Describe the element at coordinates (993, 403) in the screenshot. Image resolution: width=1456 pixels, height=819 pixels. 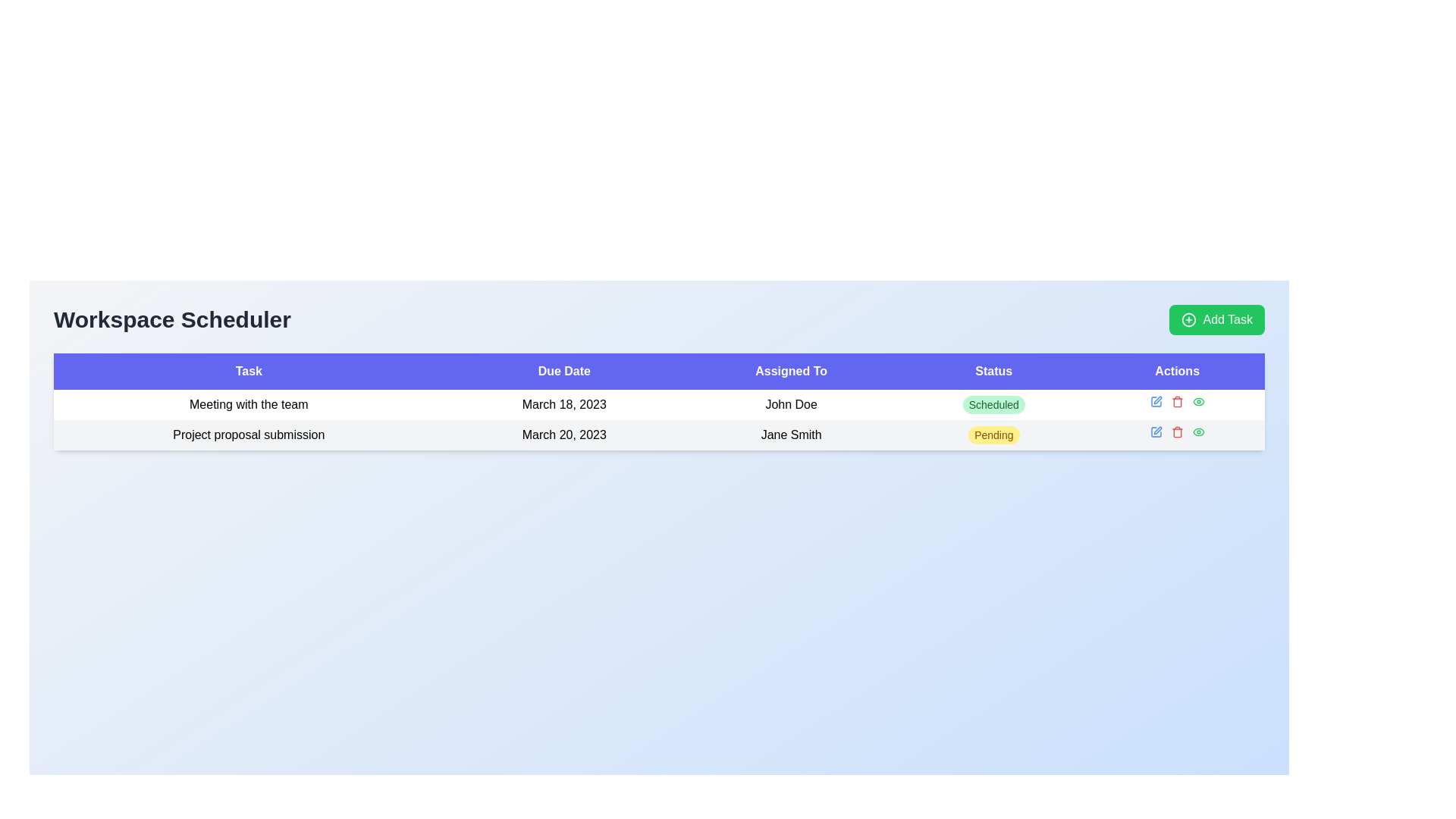
I see `the small badge-shaped label with the text 'Scheduled', which is located in the fourth column of the first row under the 'Status' header, associated with the 'Meeting with the team' task` at that location.